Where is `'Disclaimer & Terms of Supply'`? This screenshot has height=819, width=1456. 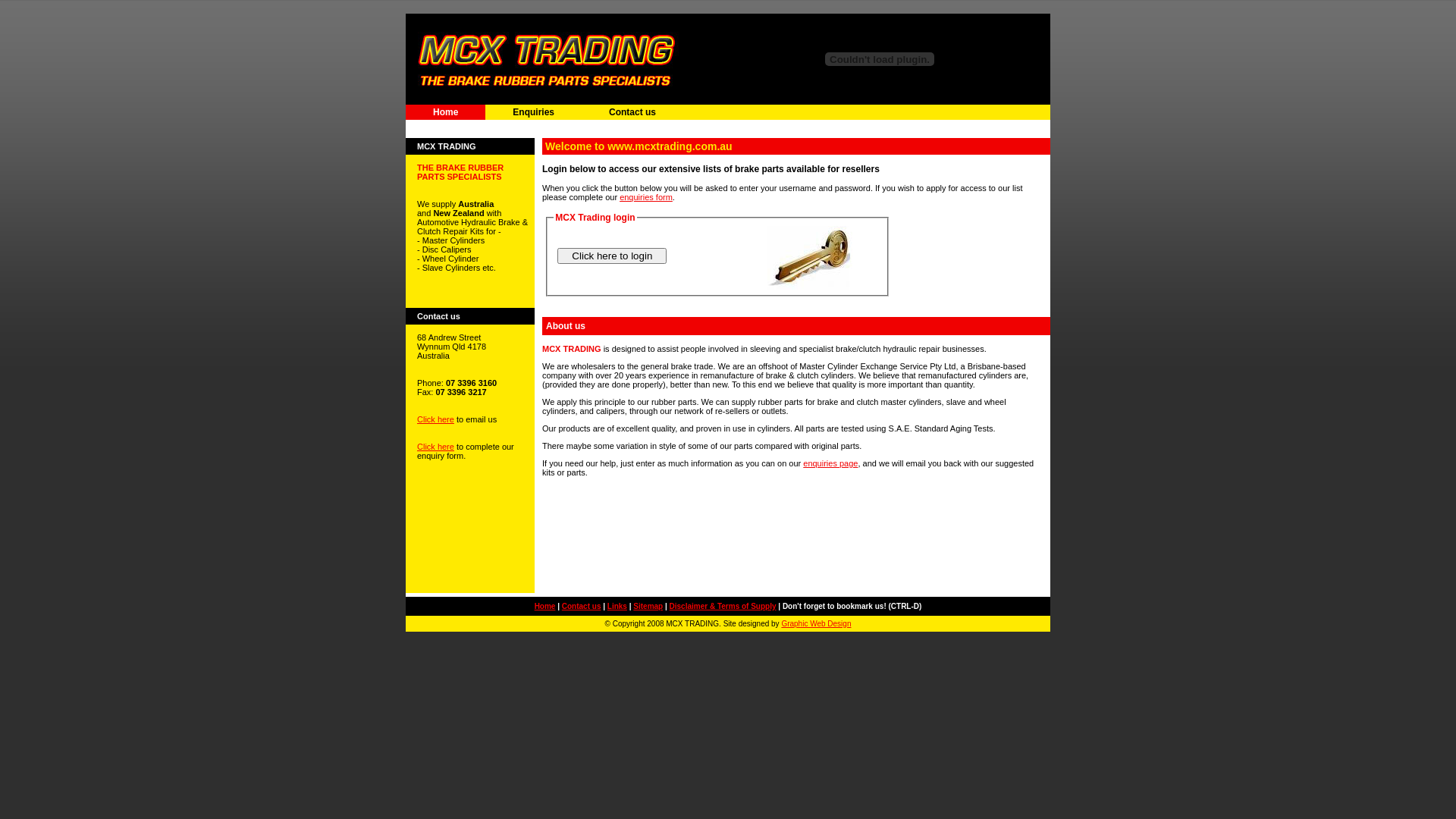
'Disclaimer & Terms of Supply' is located at coordinates (669, 605).